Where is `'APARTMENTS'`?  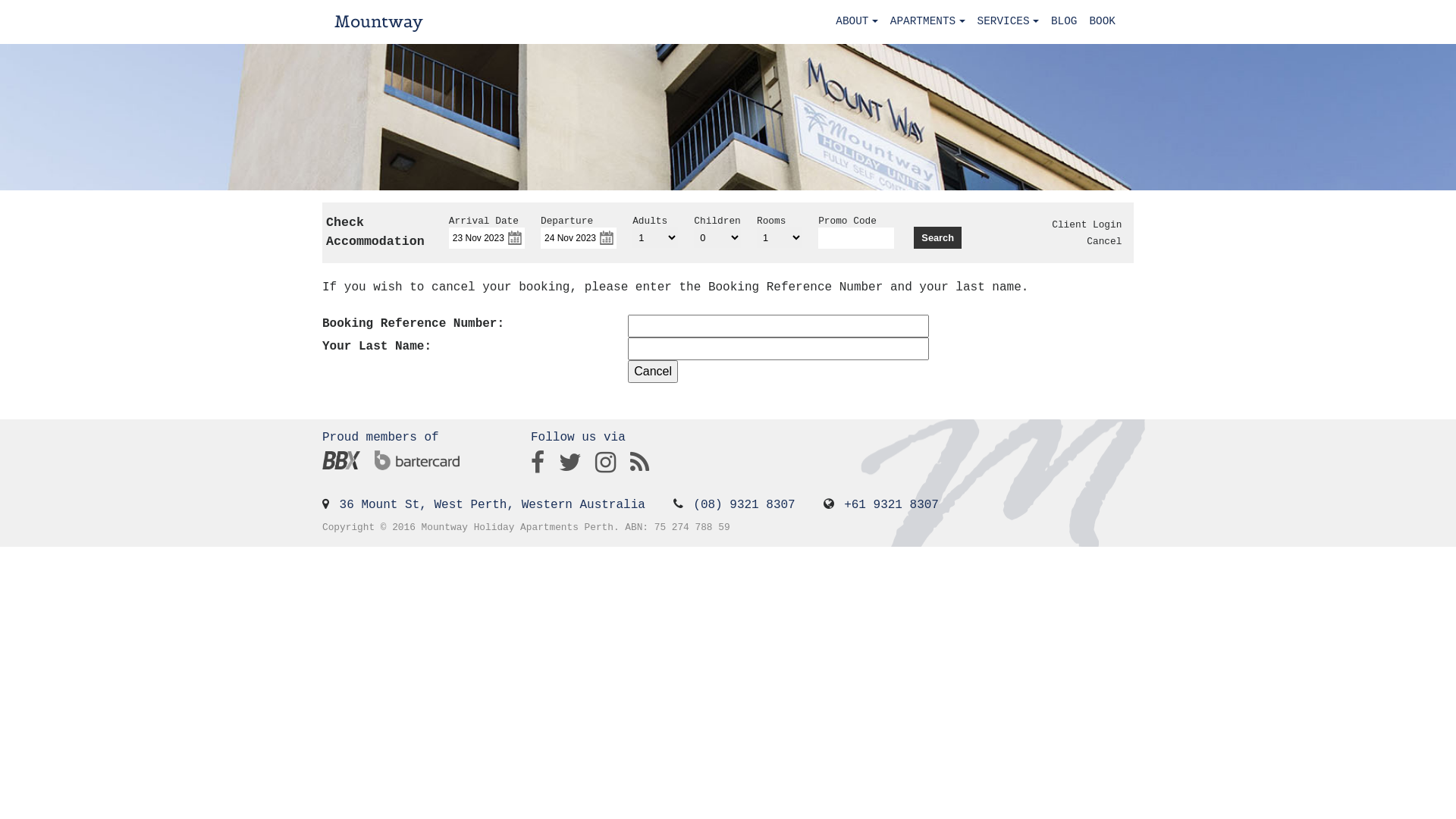
'APARTMENTS' is located at coordinates (927, 22).